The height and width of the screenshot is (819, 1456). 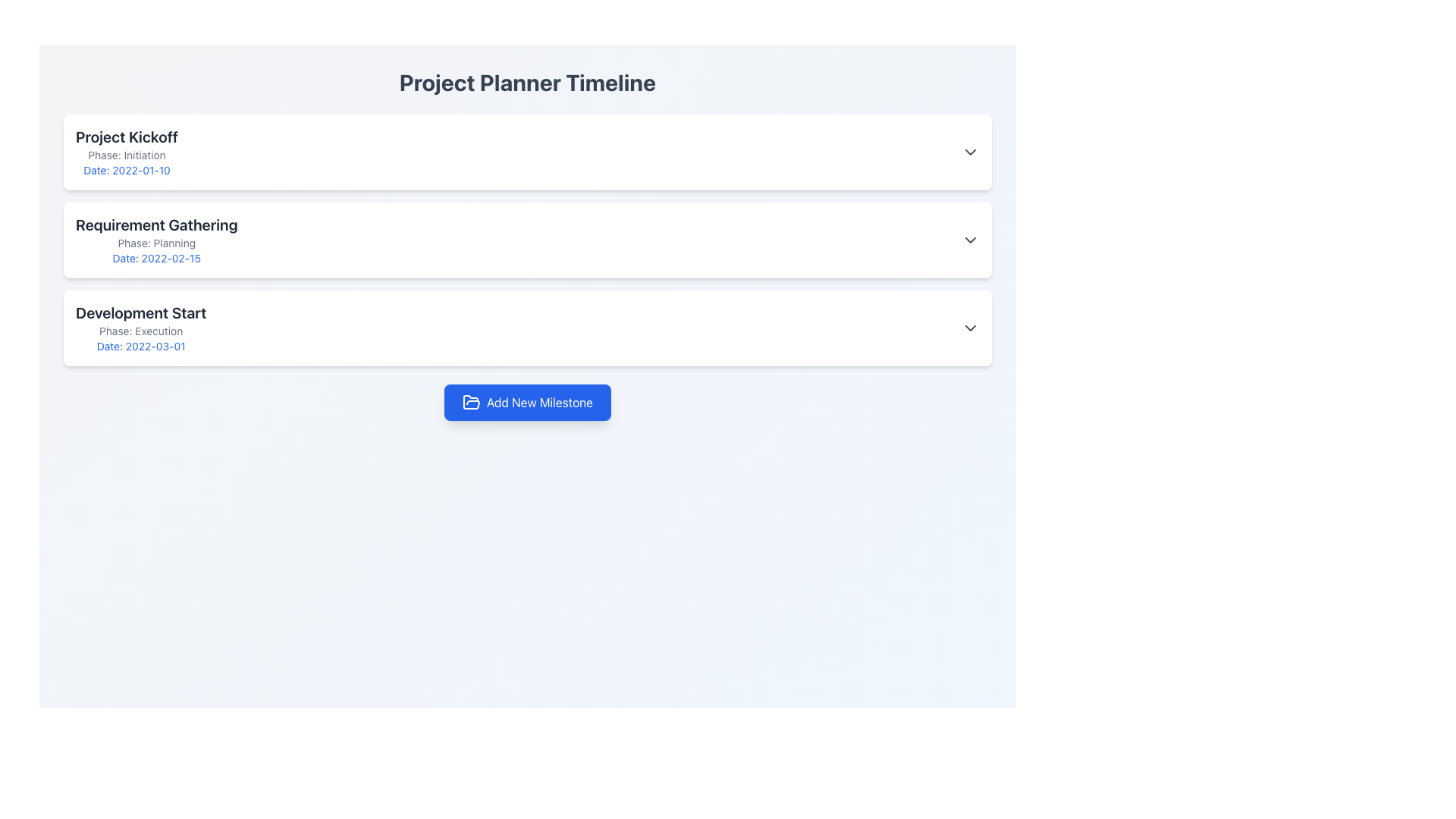 What do you see at coordinates (127, 155) in the screenshot?
I see `the text label displaying 'Phase: Initiation', which is located under the bold section title 'Project Kickoff'` at bounding box center [127, 155].